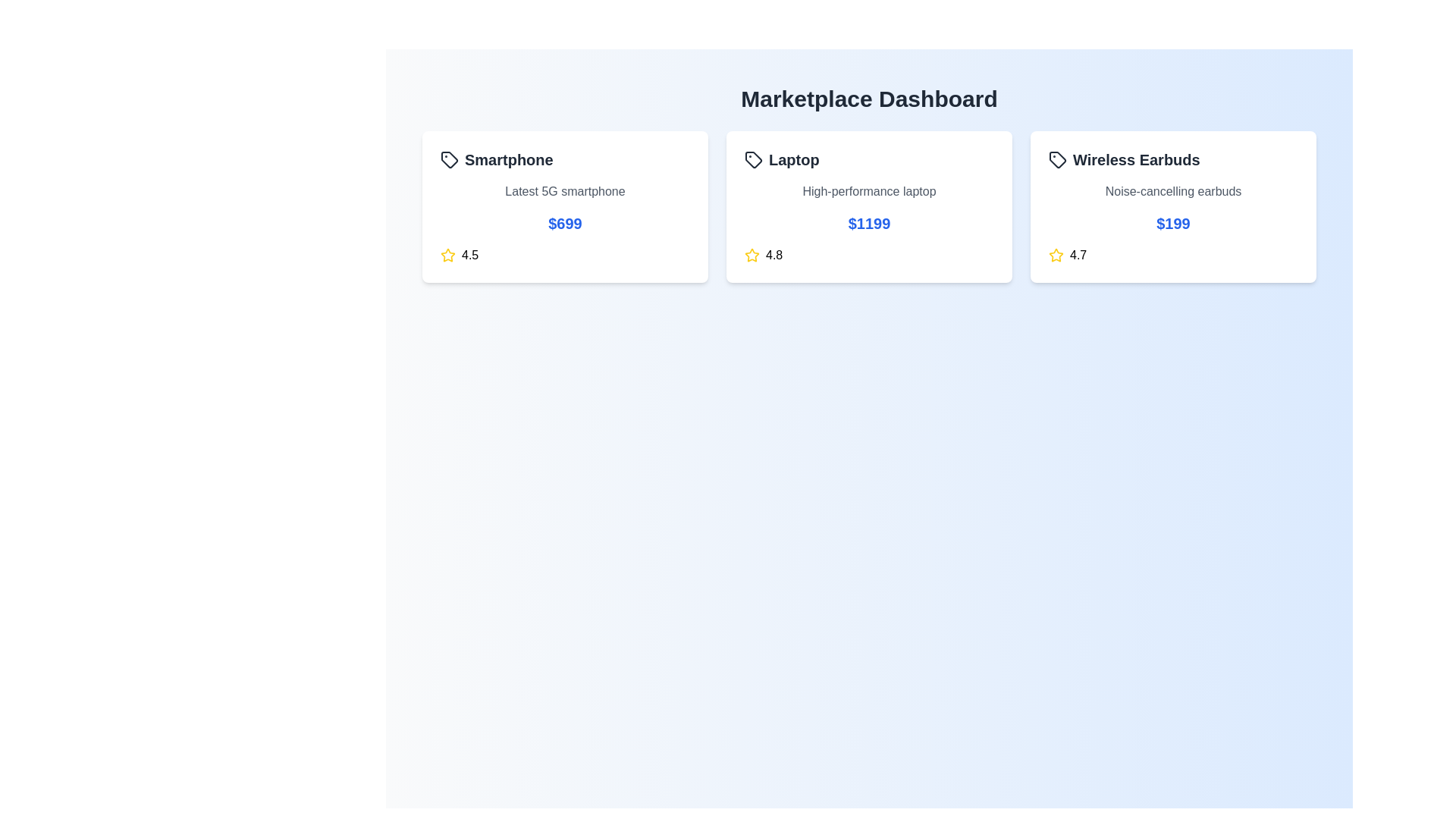 This screenshot has height=819, width=1456. What do you see at coordinates (752, 254) in the screenshot?
I see `the rating icon indicating the quality of the 'Laptop' in the second column of the dashboard grid layout` at bounding box center [752, 254].